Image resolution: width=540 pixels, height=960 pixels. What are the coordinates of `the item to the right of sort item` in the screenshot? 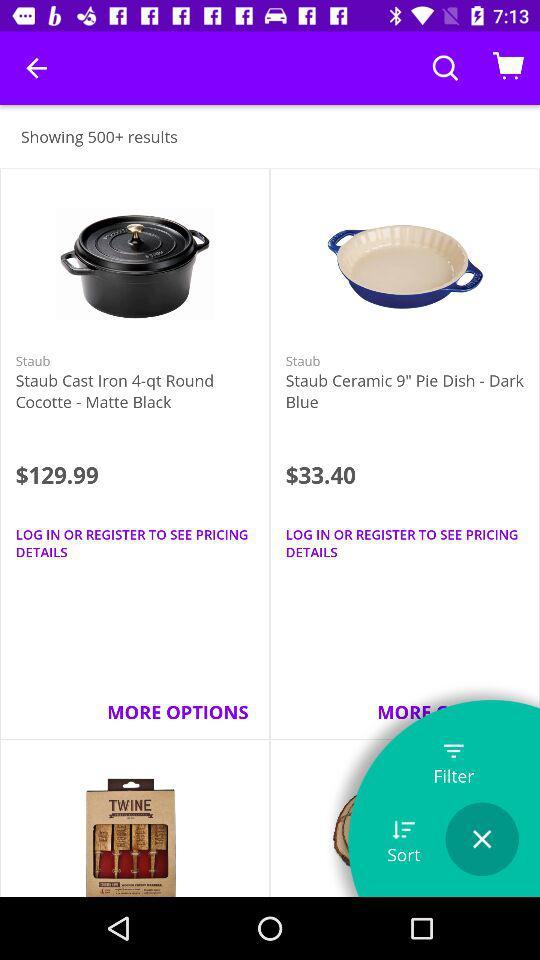 It's located at (481, 839).